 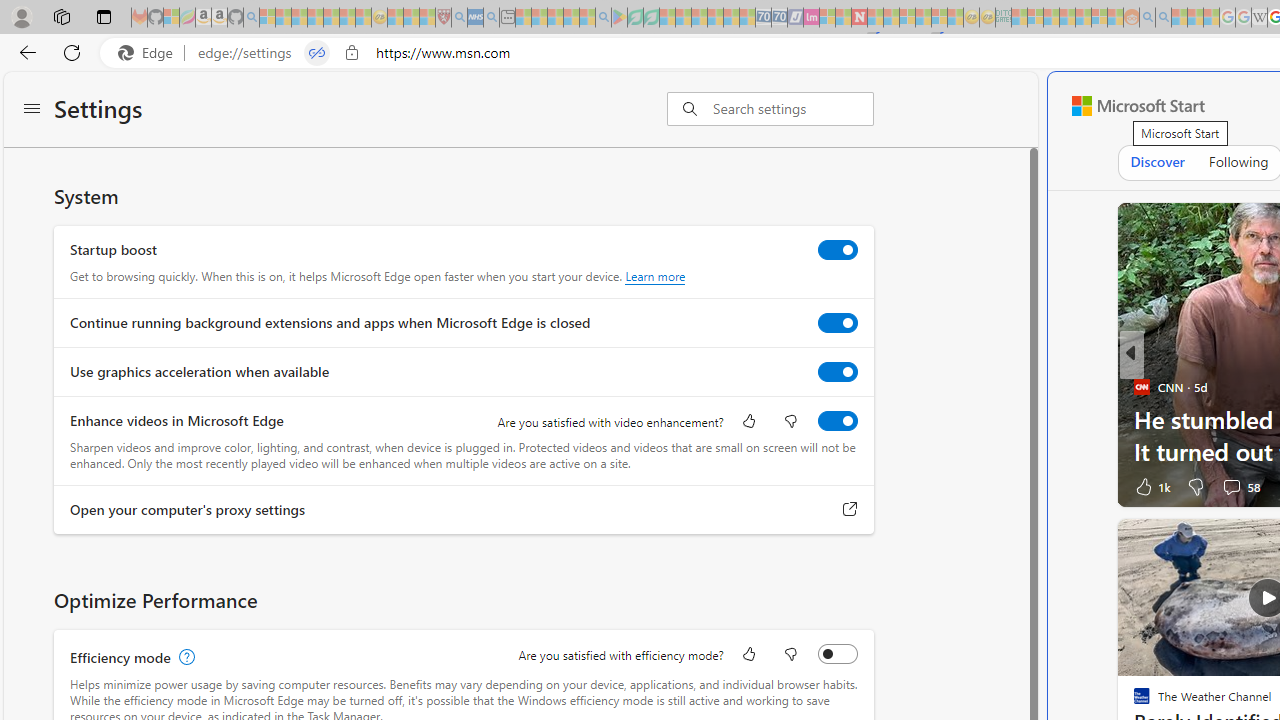 I want to click on 'Robert H. Shmerling, MD - Harvard Health - Sleeping', so click(x=442, y=17).